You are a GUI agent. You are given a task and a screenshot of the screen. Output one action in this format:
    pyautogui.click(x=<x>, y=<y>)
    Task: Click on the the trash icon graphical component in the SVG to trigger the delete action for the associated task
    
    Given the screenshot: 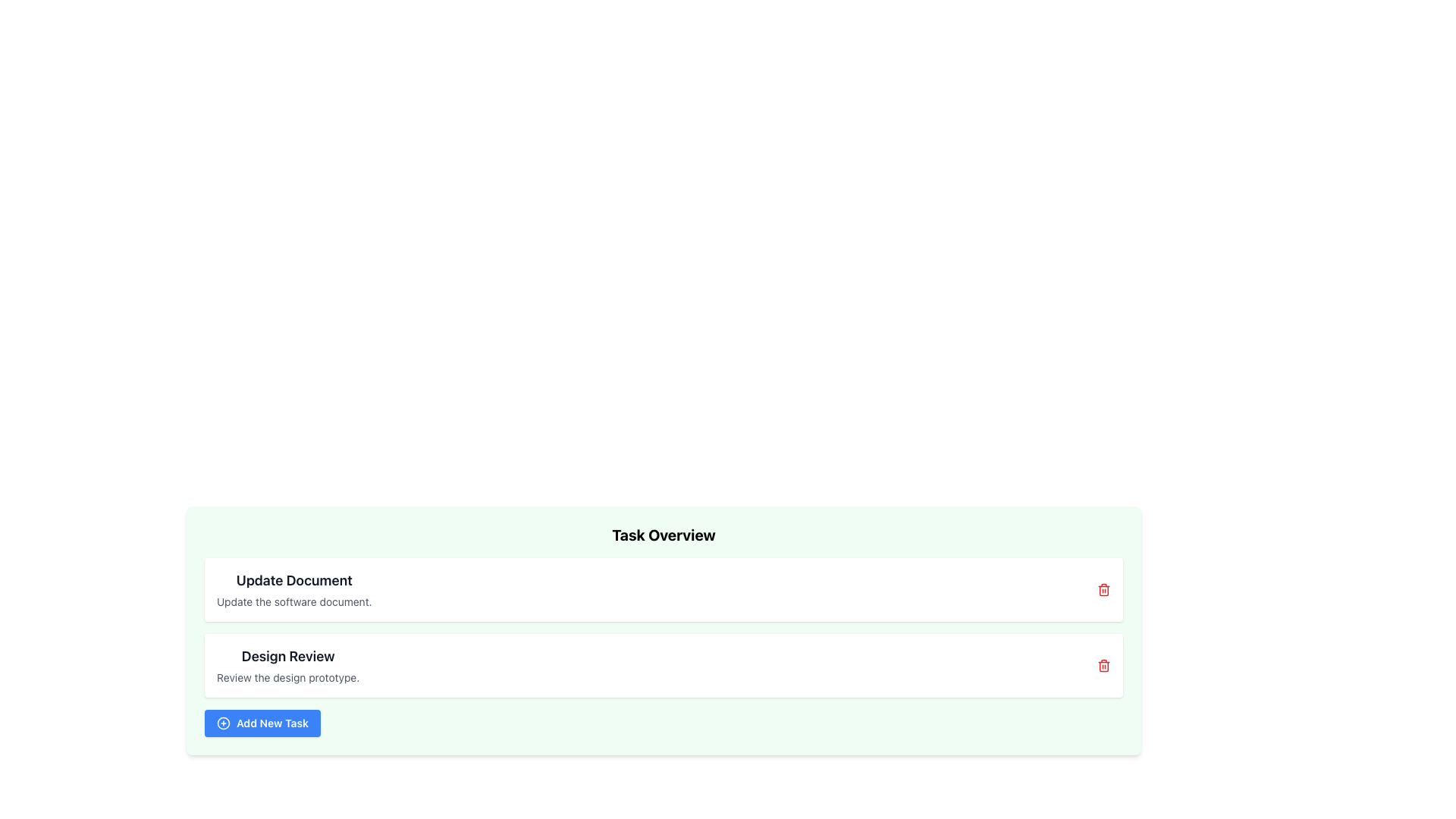 What is the action you would take?
    pyautogui.click(x=1103, y=590)
    